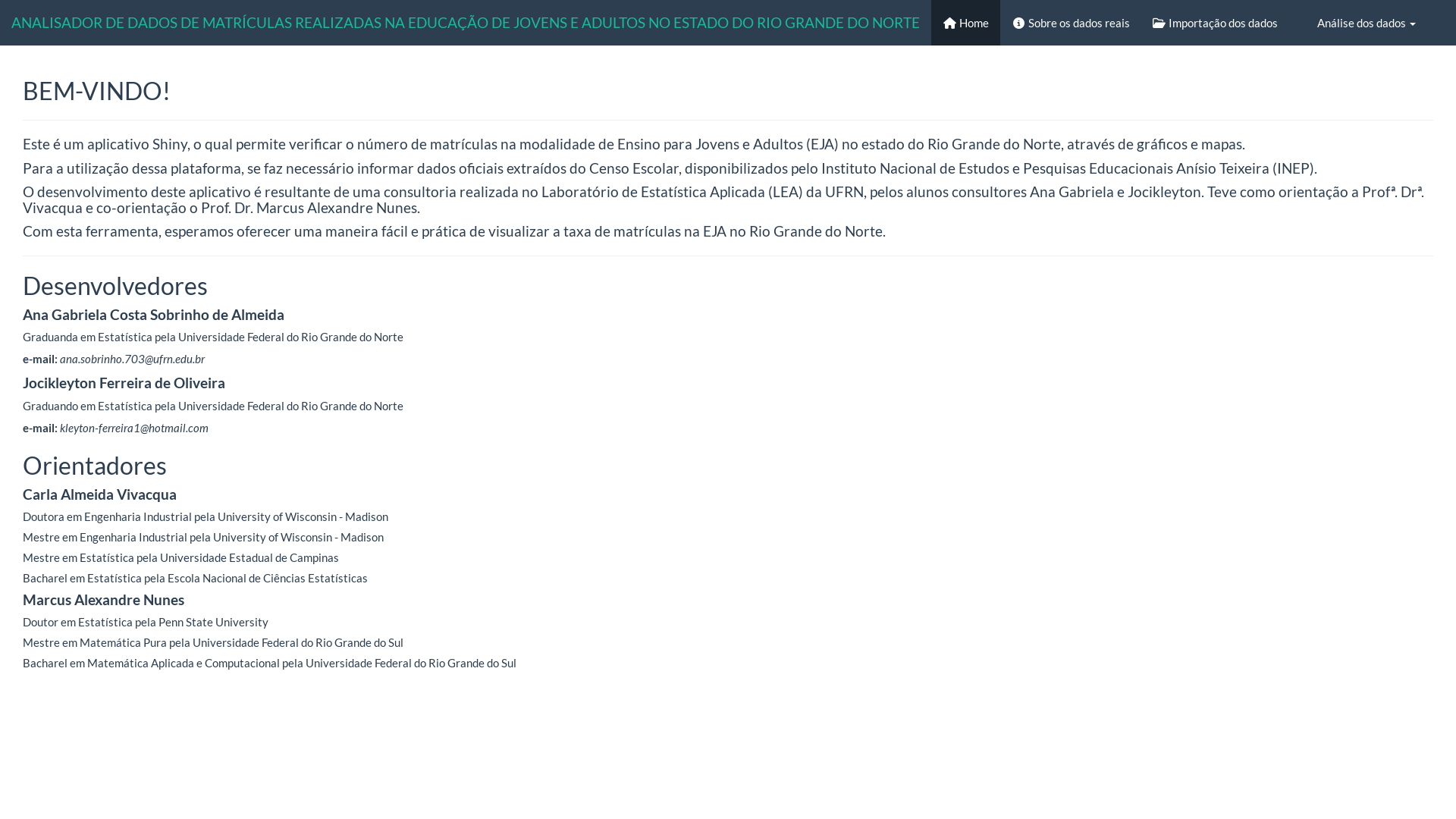 The image size is (1456, 819). What do you see at coordinates (965, 23) in the screenshot?
I see `'Home'` at bounding box center [965, 23].